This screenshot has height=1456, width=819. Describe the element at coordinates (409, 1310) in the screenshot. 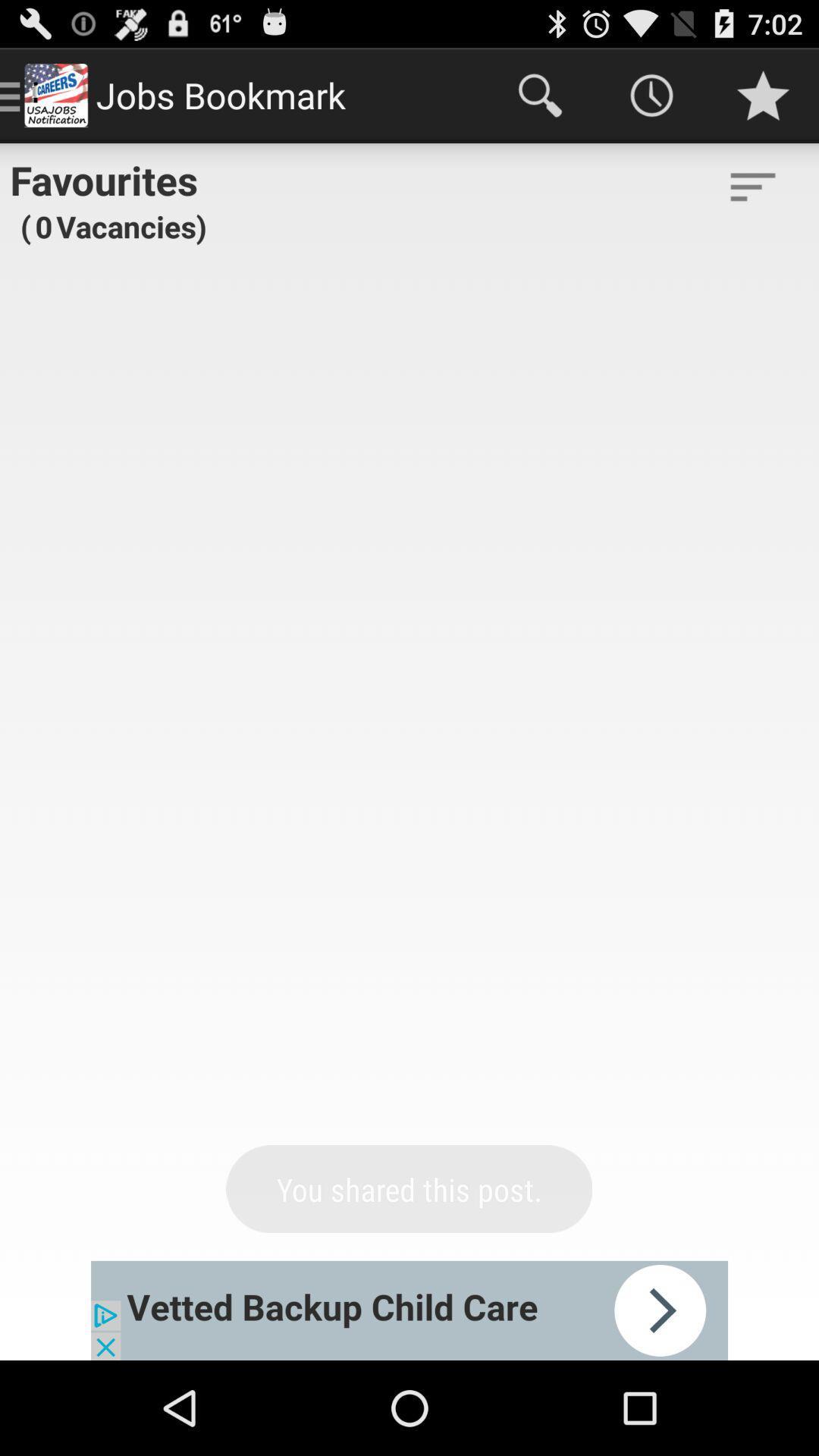

I see `advertisement banner` at that location.